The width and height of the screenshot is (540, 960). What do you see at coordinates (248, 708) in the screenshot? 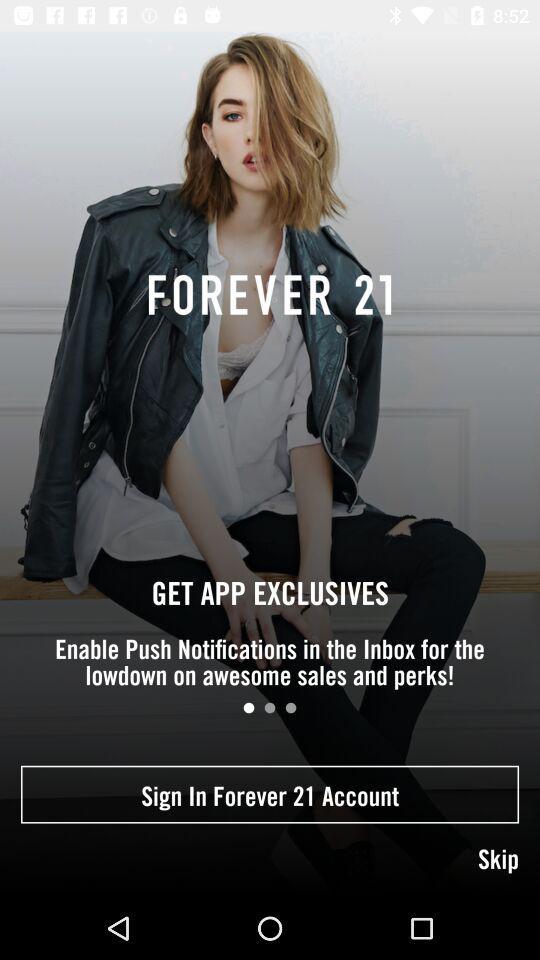
I see `icon below enable push notifications item` at bounding box center [248, 708].